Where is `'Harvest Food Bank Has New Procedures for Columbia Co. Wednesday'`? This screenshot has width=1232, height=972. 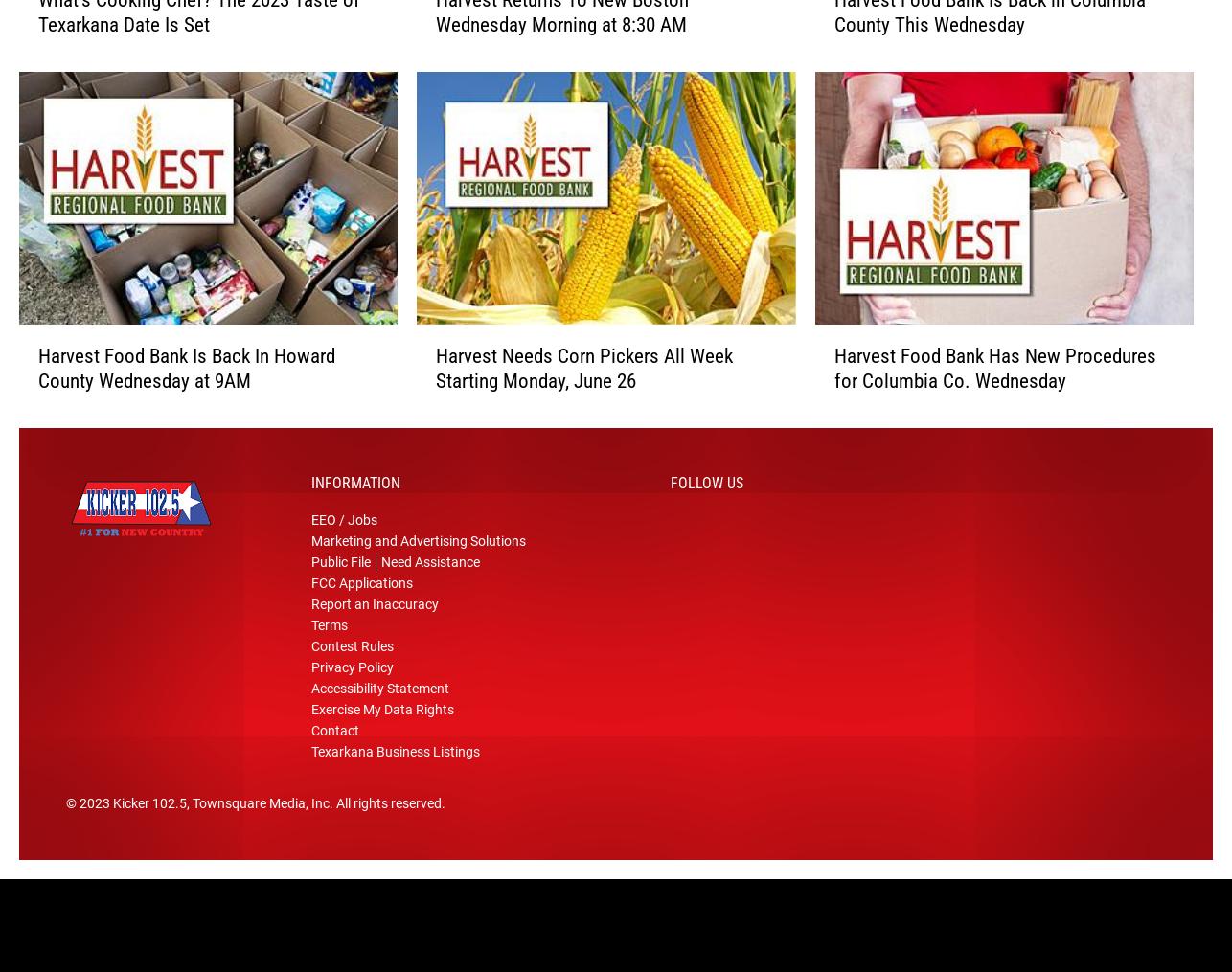 'Harvest Food Bank Has New Procedures for Columbia Co. Wednesday' is located at coordinates (993, 376).